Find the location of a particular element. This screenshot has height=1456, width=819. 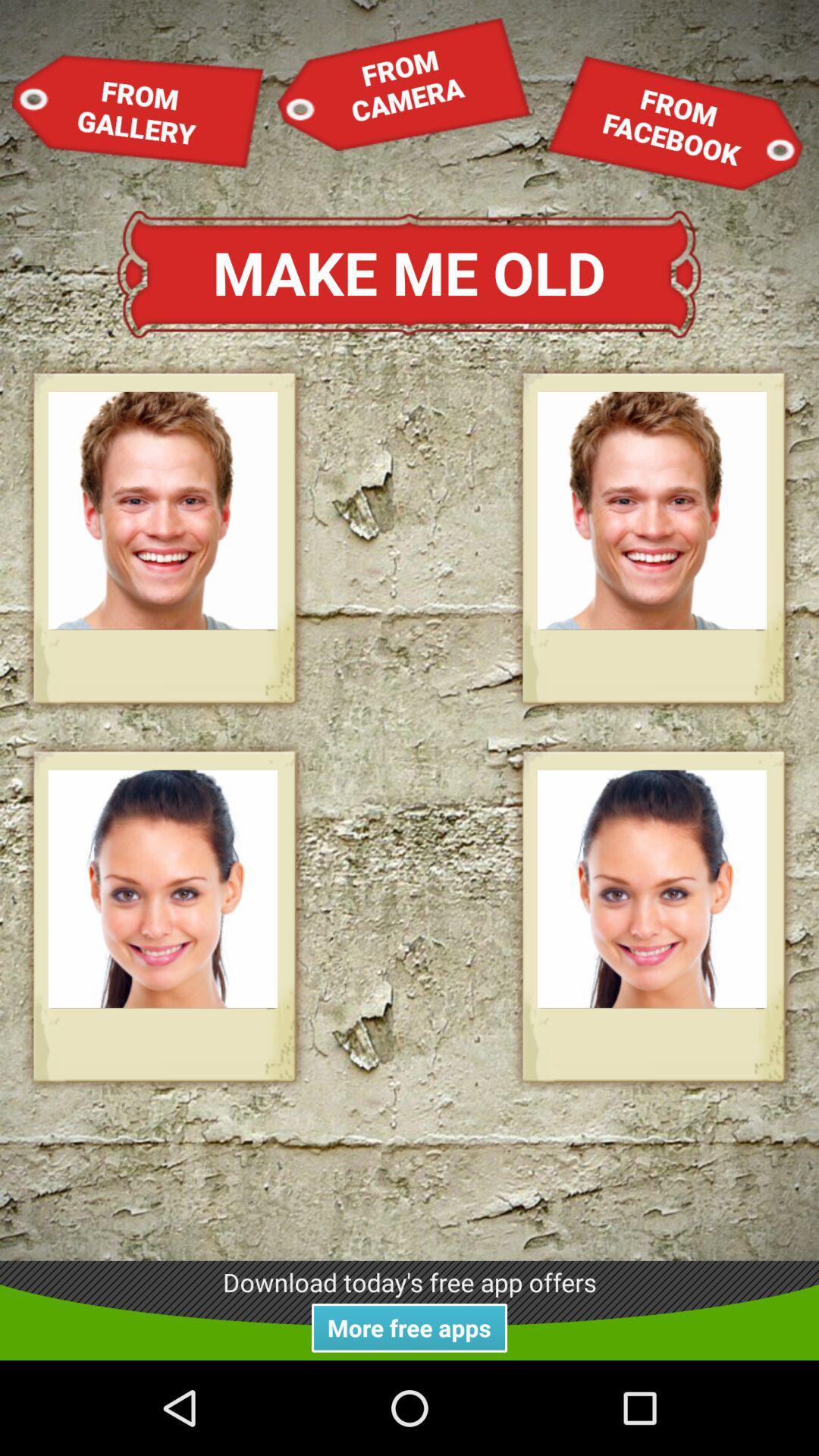

item above make me old is located at coordinates (138, 110).